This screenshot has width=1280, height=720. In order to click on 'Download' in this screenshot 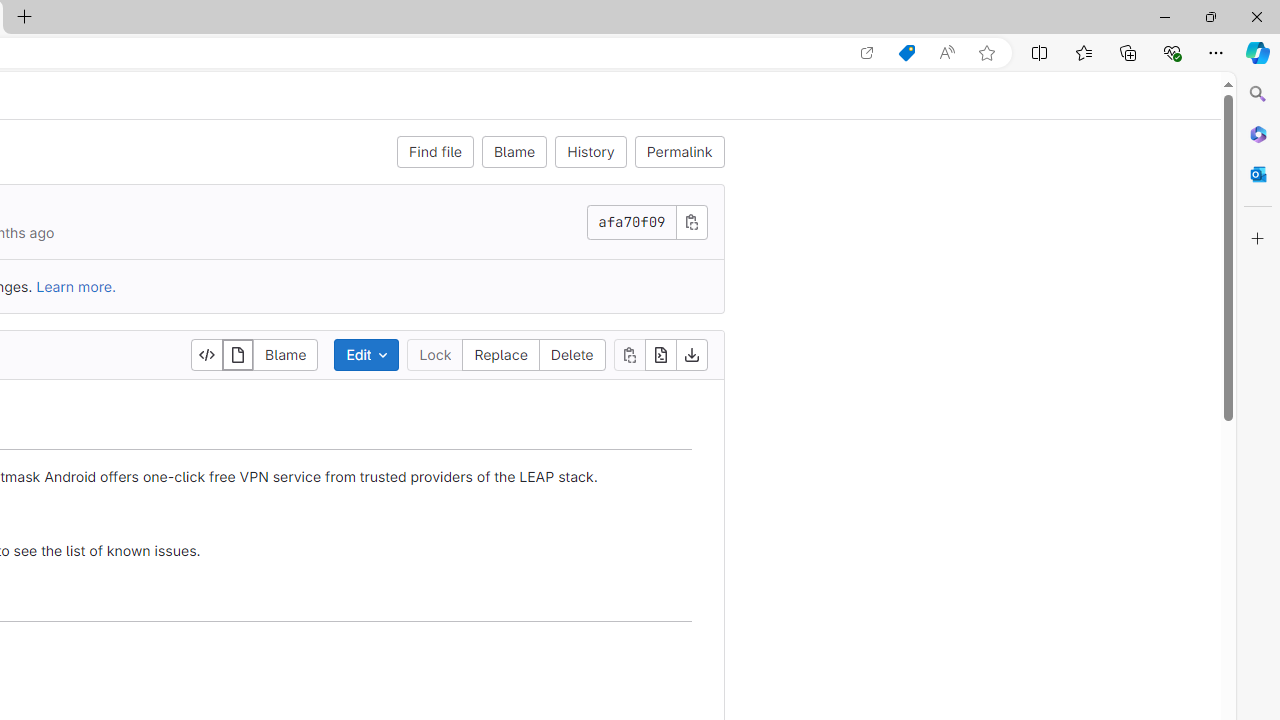, I will do `click(691, 353)`.